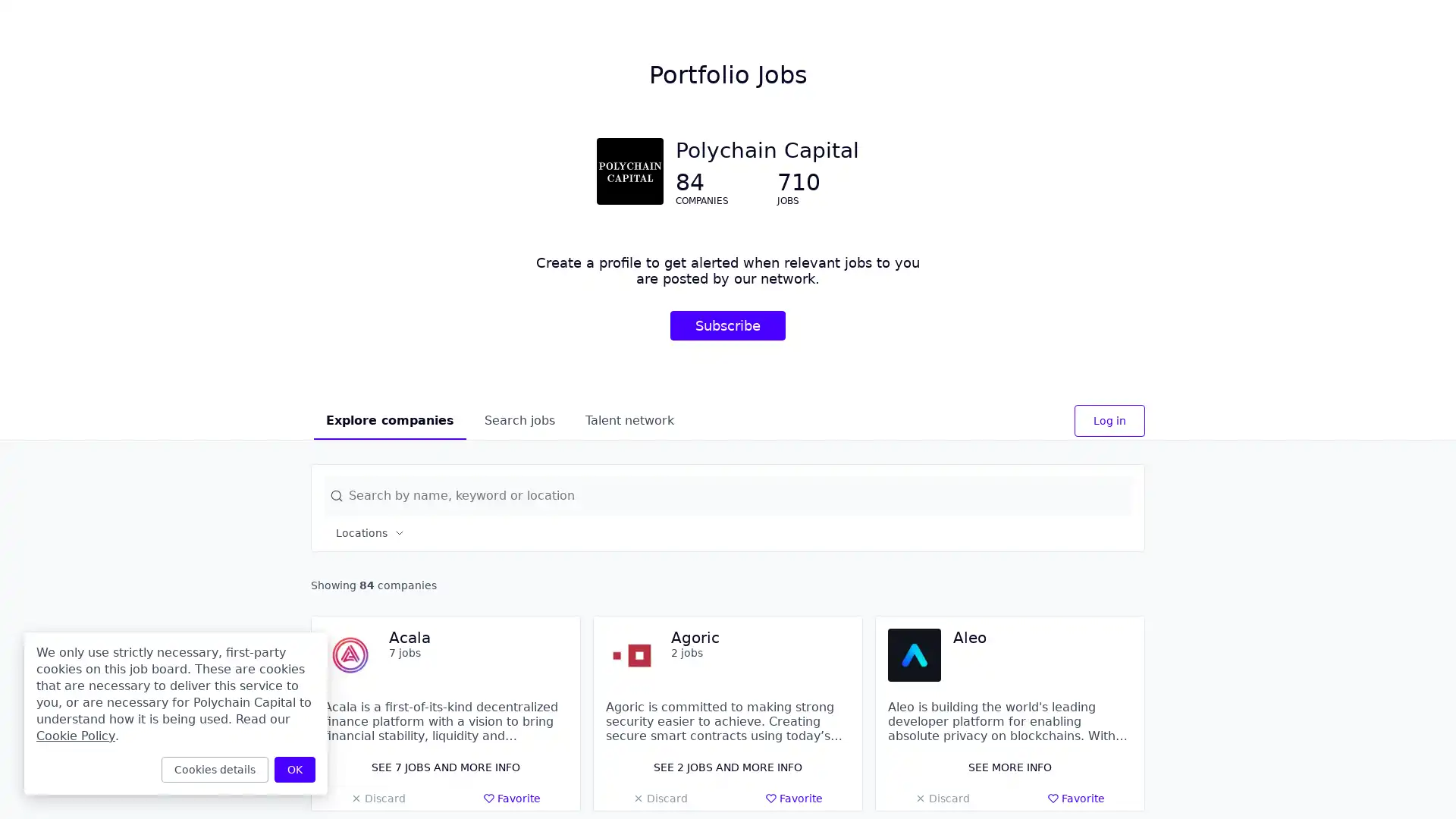 This screenshot has width=1456, height=819. Describe the element at coordinates (793, 798) in the screenshot. I see `Favorite` at that location.